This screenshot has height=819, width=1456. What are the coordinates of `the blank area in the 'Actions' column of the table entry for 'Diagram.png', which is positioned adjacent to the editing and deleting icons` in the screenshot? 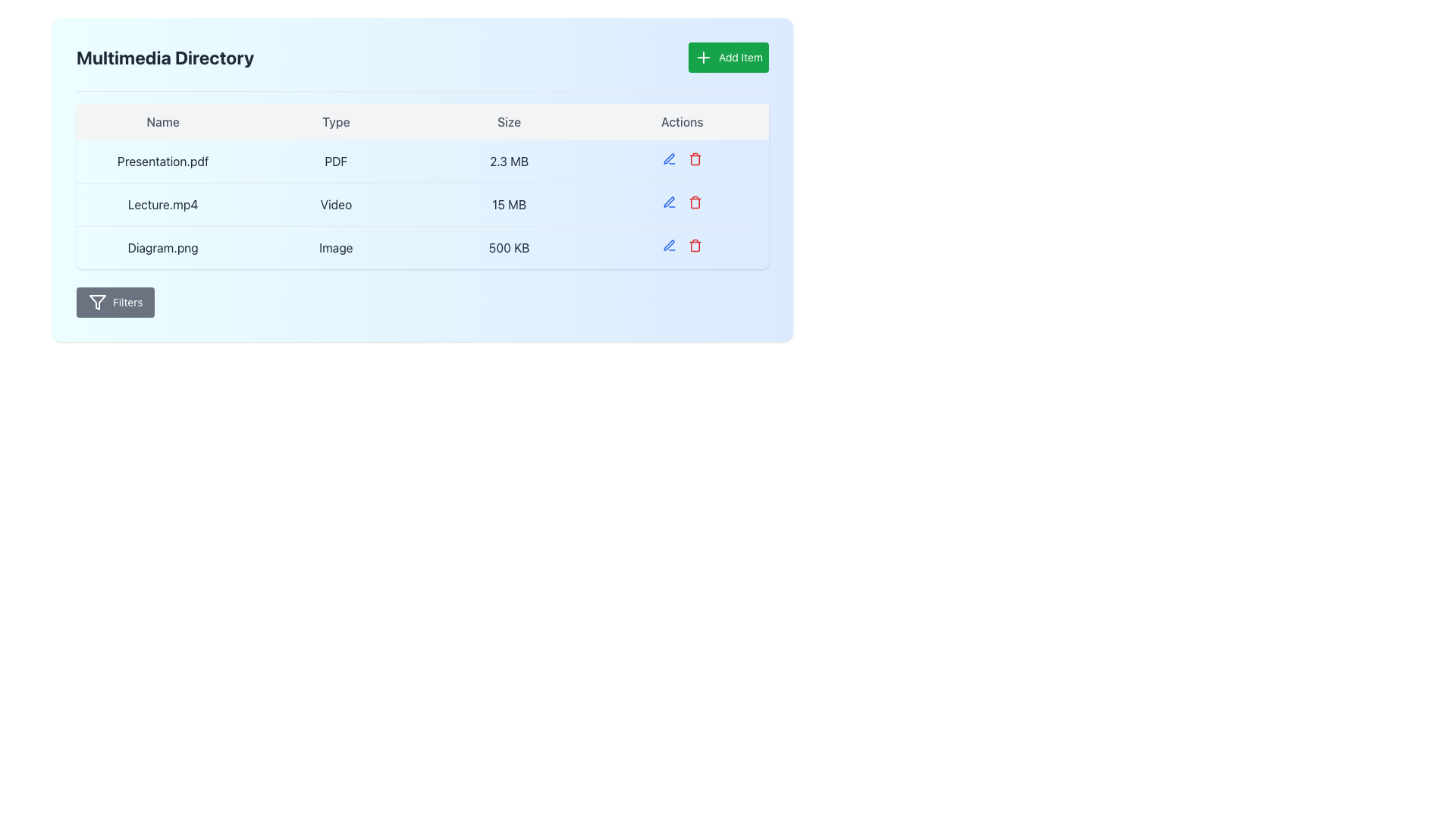 It's located at (681, 246).